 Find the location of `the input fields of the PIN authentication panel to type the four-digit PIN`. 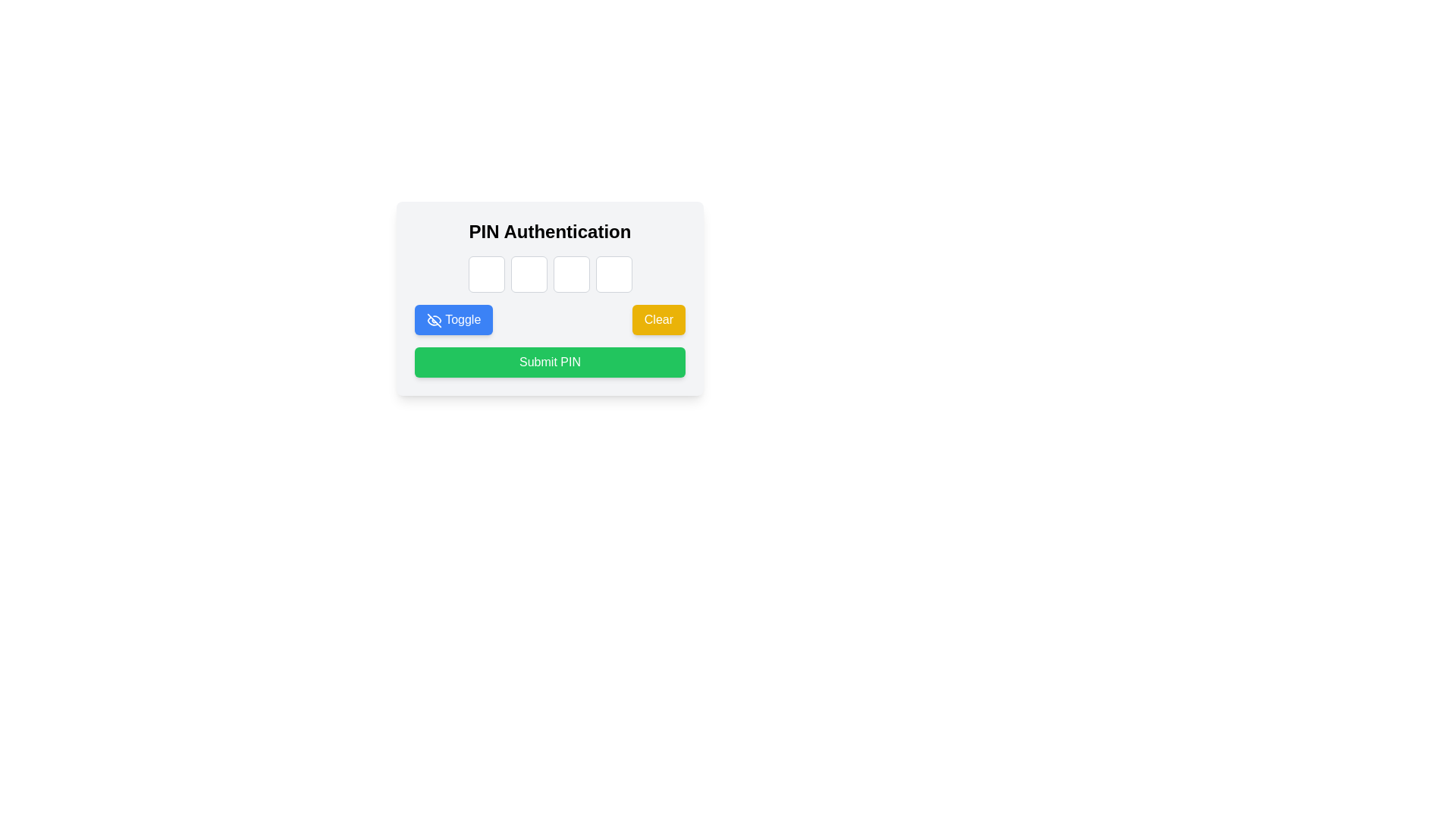

the input fields of the PIN authentication panel to type the four-digit PIN is located at coordinates (549, 298).